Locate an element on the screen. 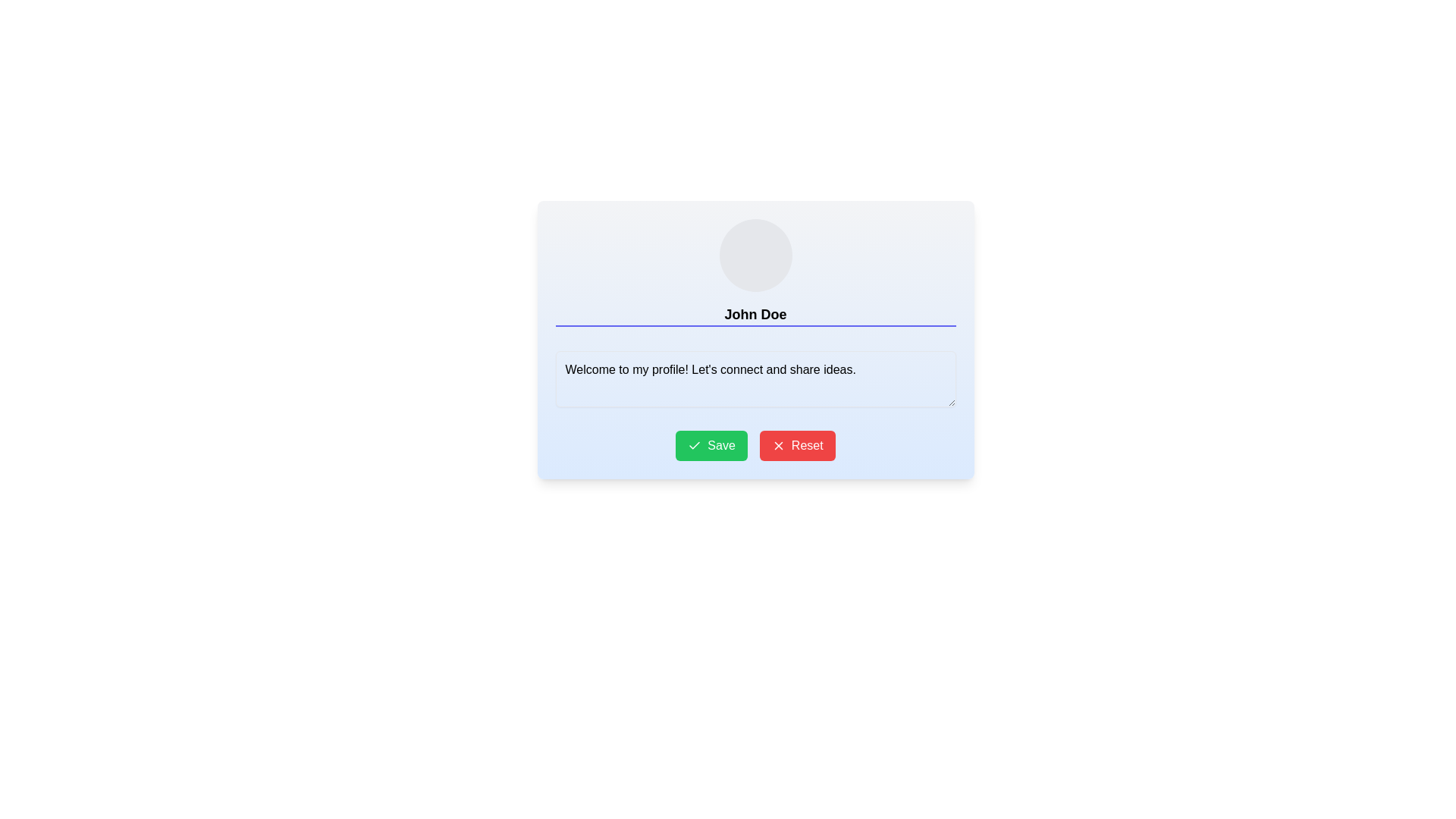 The image size is (1456, 819). the 'Reset' button is located at coordinates (796, 444).